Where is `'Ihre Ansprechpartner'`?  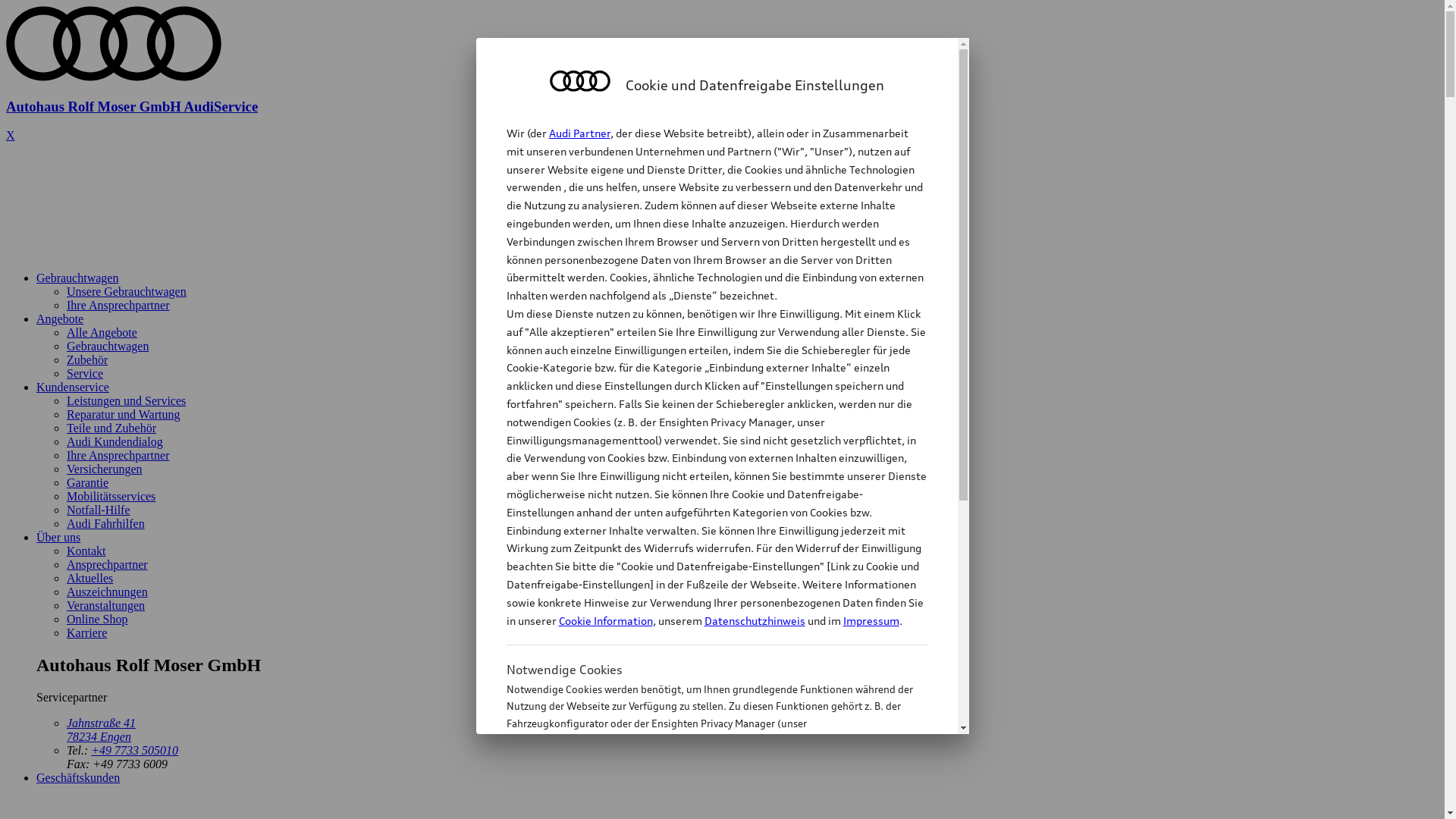 'Ihre Ansprechpartner' is located at coordinates (118, 305).